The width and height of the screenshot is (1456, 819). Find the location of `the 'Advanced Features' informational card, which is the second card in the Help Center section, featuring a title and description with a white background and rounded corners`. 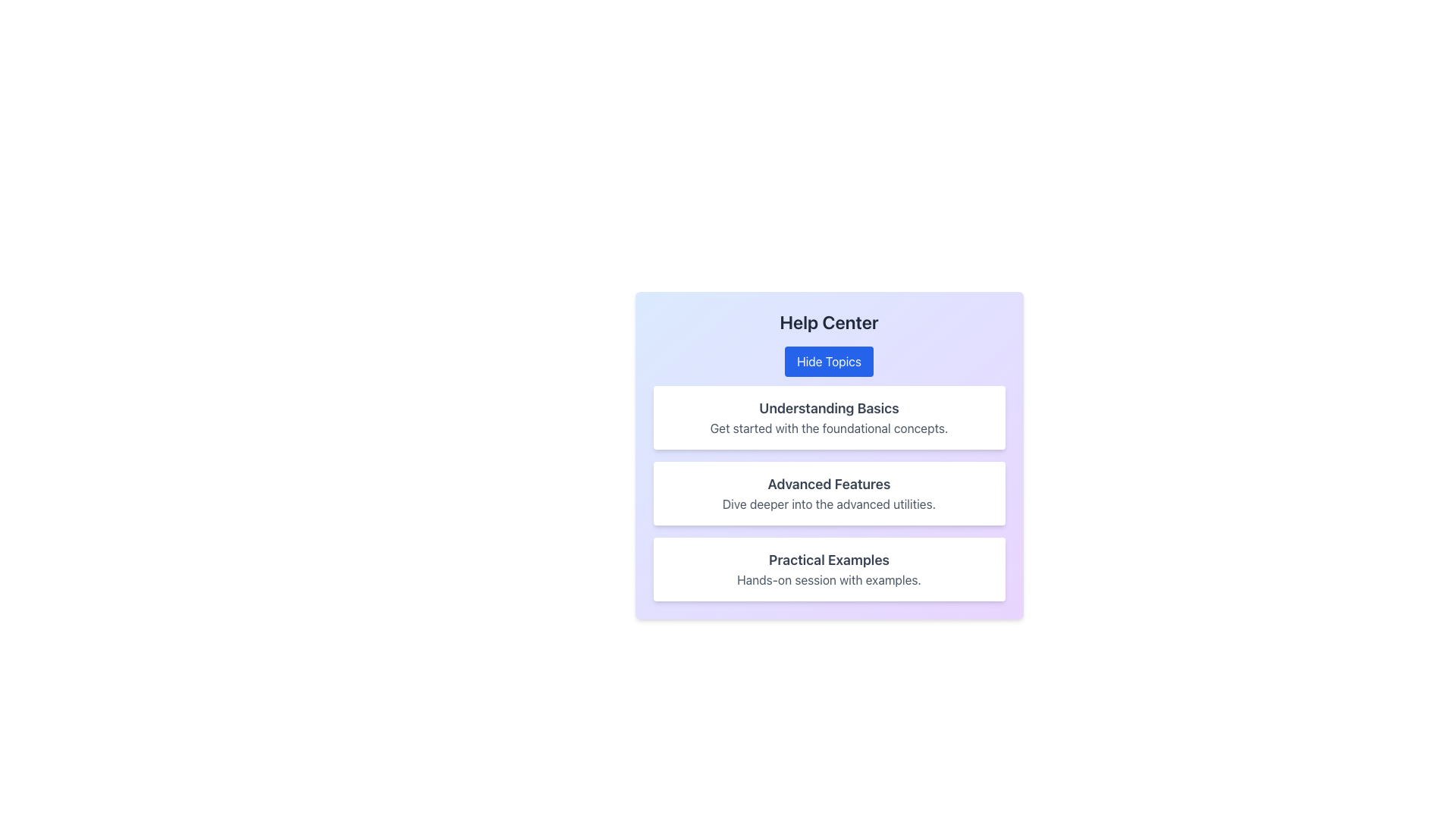

the 'Advanced Features' informational card, which is the second card in the Help Center section, featuring a title and description with a white background and rounded corners is located at coordinates (828, 494).